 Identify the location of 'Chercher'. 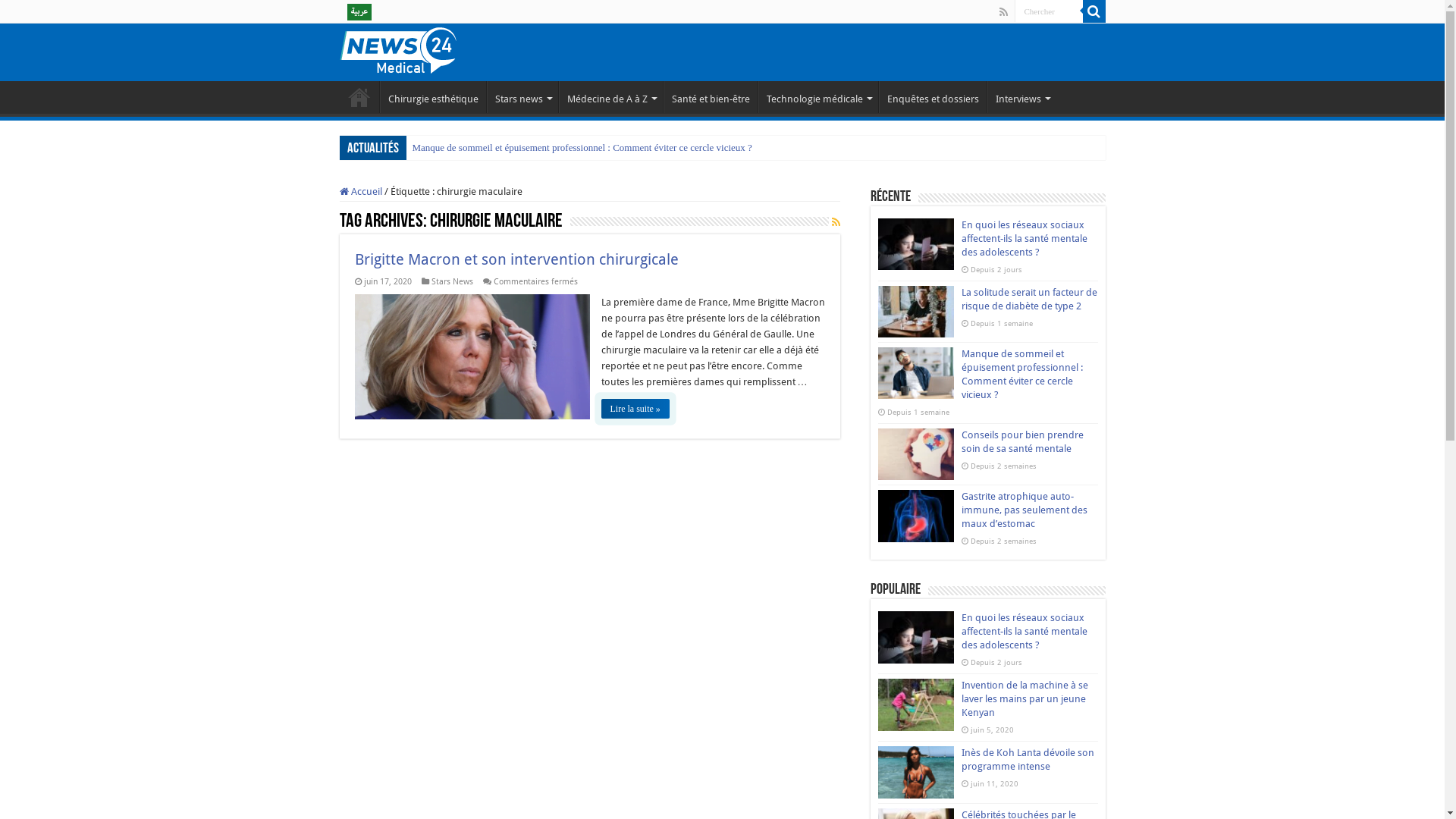
(1015, 11).